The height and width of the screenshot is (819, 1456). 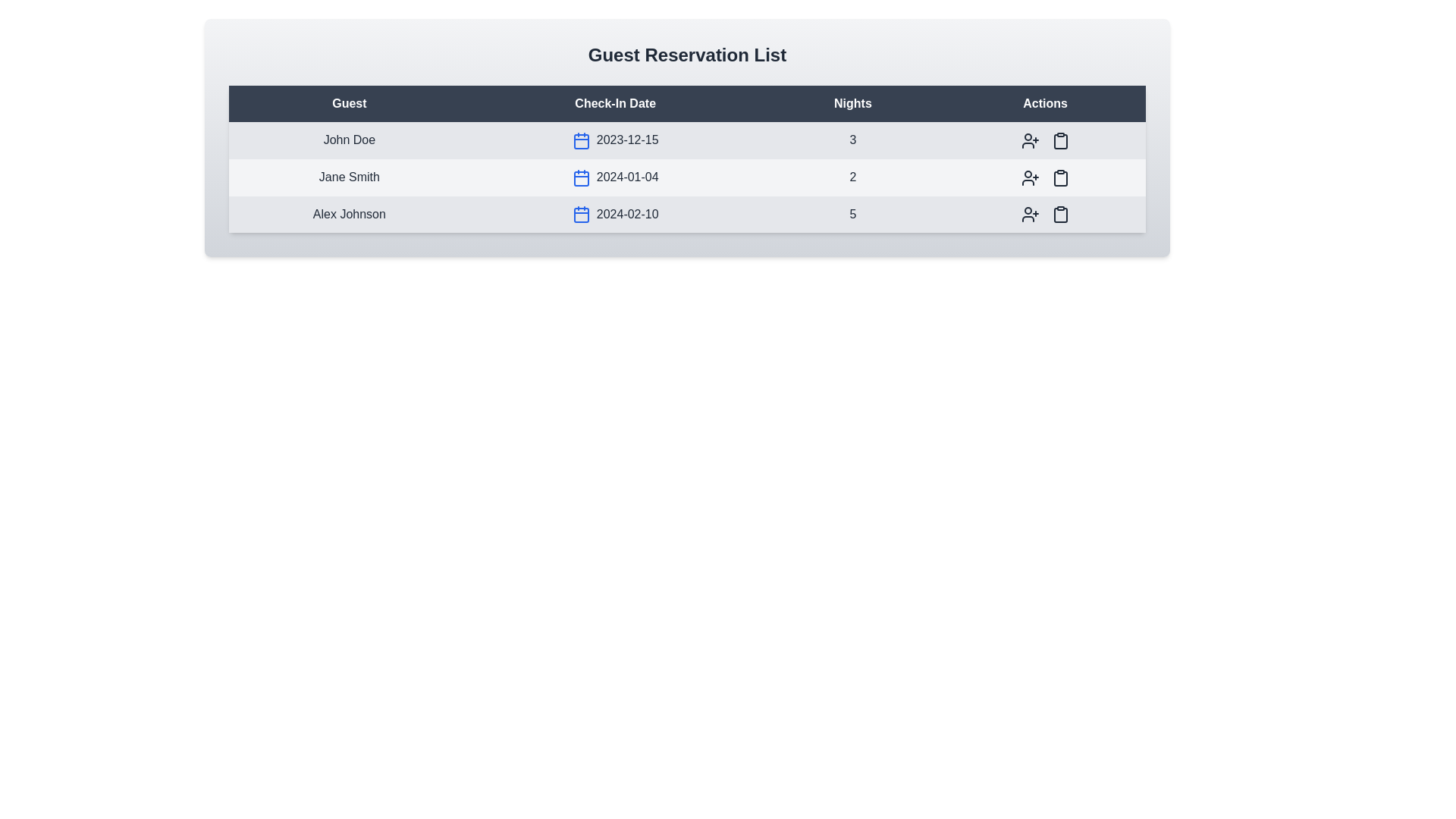 What do you see at coordinates (852, 140) in the screenshot?
I see `the informational text display in the 'Nights' column, which indicates the number of nights reserved for the associated guest, located next to the 'Check-In Date' column` at bounding box center [852, 140].